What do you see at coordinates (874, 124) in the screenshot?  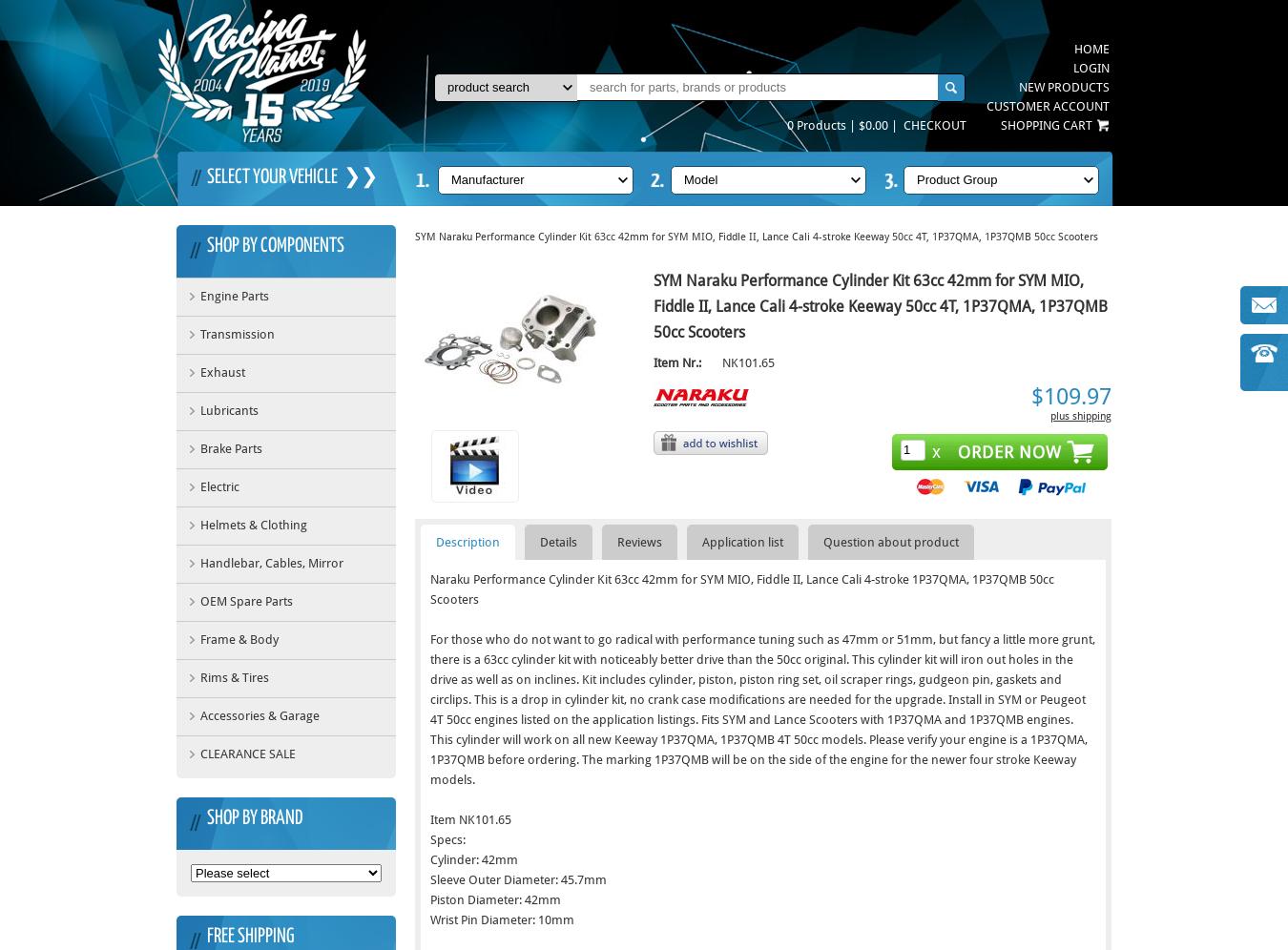 I see `'| $0.00 |'` at bounding box center [874, 124].